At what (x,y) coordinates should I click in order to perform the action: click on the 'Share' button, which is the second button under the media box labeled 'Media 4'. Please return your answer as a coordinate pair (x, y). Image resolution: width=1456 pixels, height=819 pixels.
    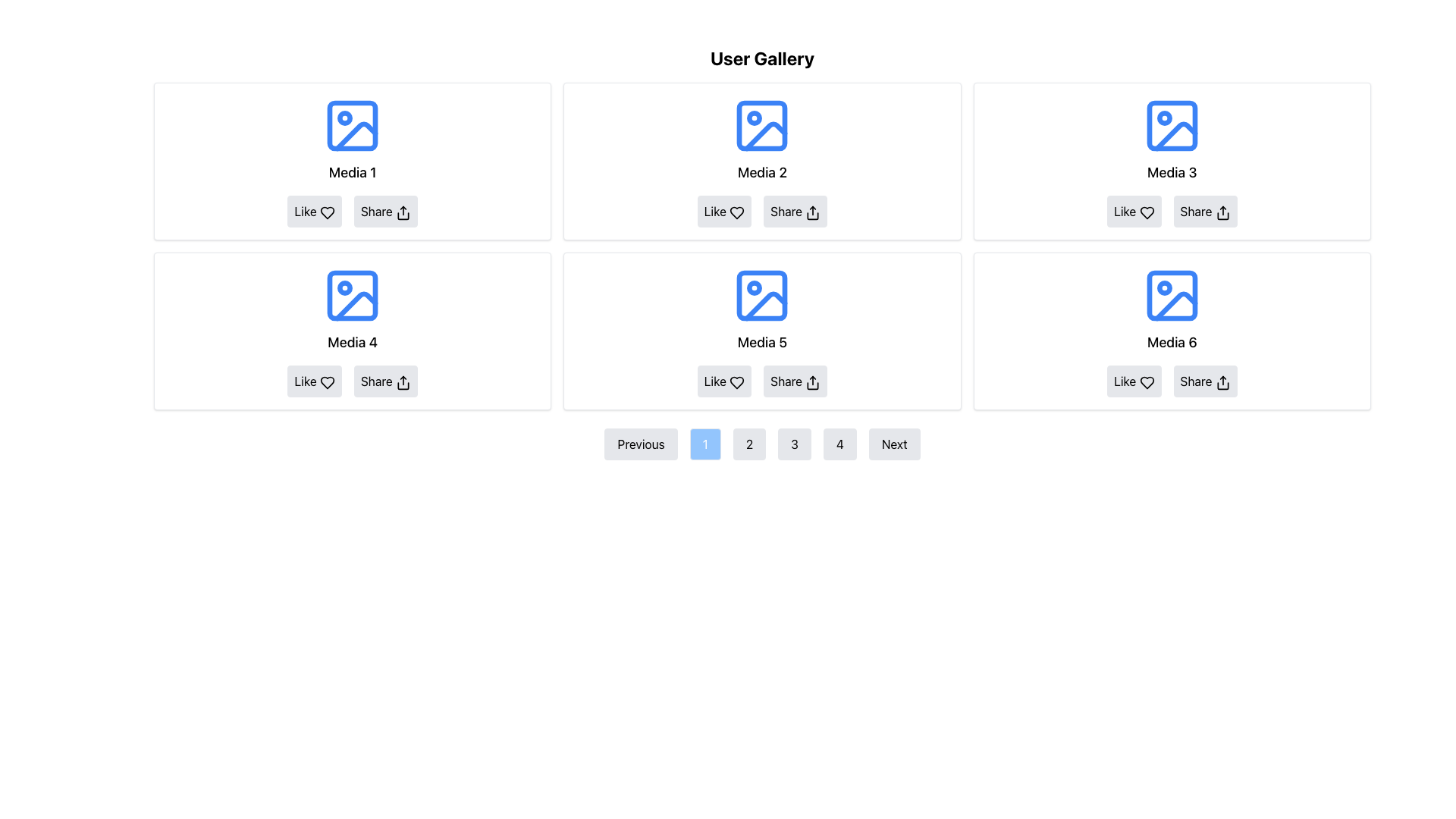
    Looking at the image, I should click on (385, 380).